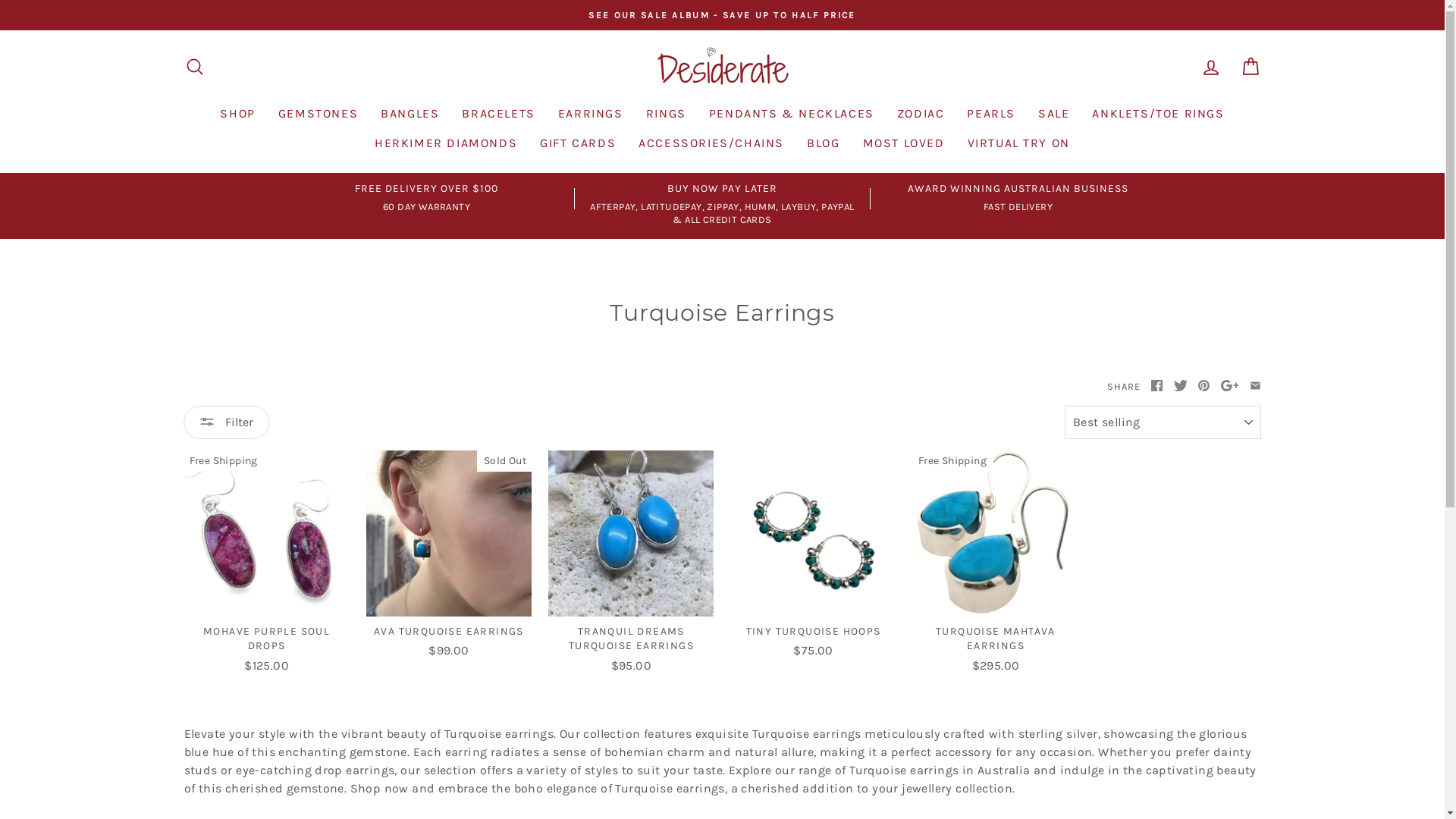 Image resolution: width=1456 pixels, height=819 pixels. What do you see at coordinates (1173, 385) in the screenshot?
I see `'Twitter'` at bounding box center [1173, 385].